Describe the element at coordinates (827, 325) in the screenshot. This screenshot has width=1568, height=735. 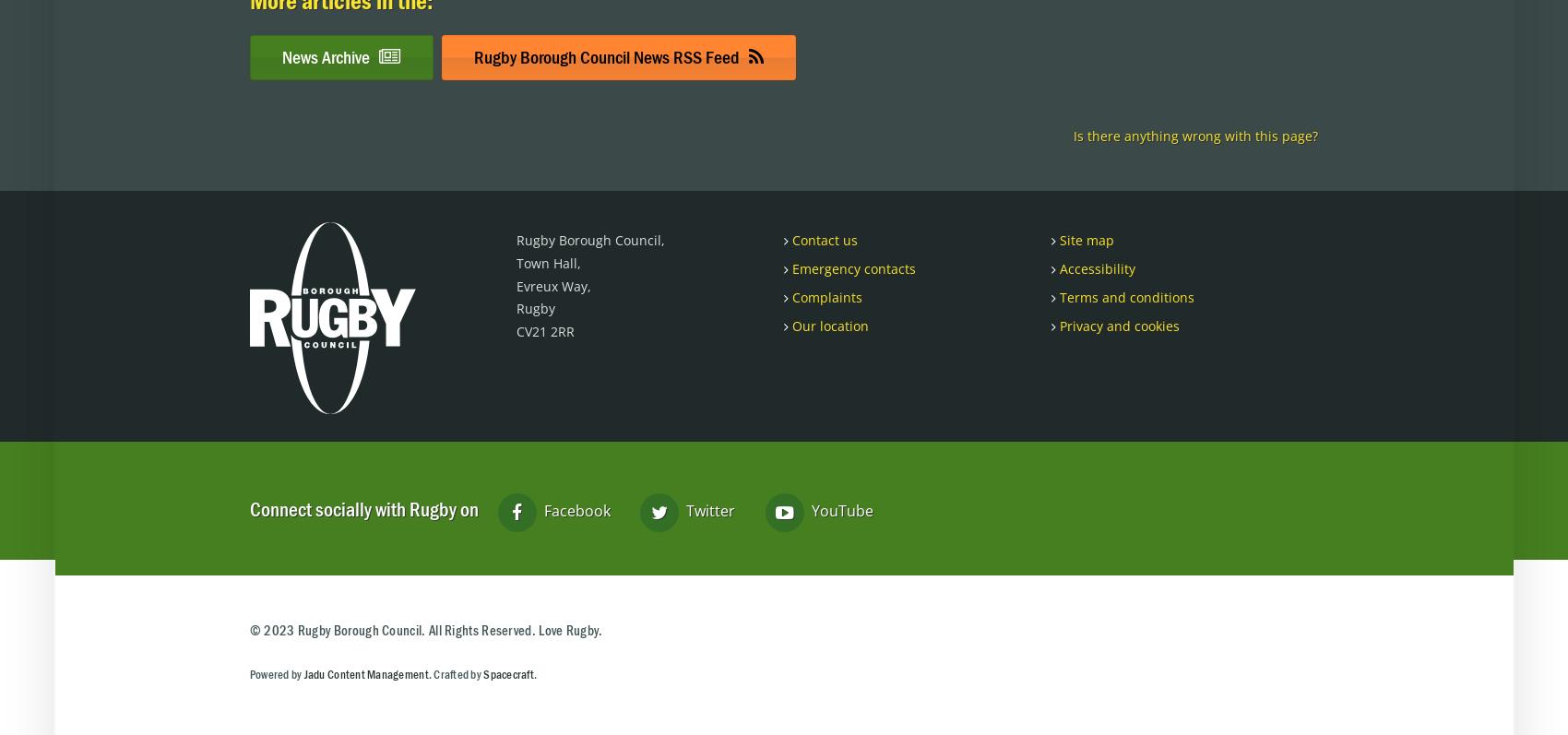
I see `'Our location'` at that location.